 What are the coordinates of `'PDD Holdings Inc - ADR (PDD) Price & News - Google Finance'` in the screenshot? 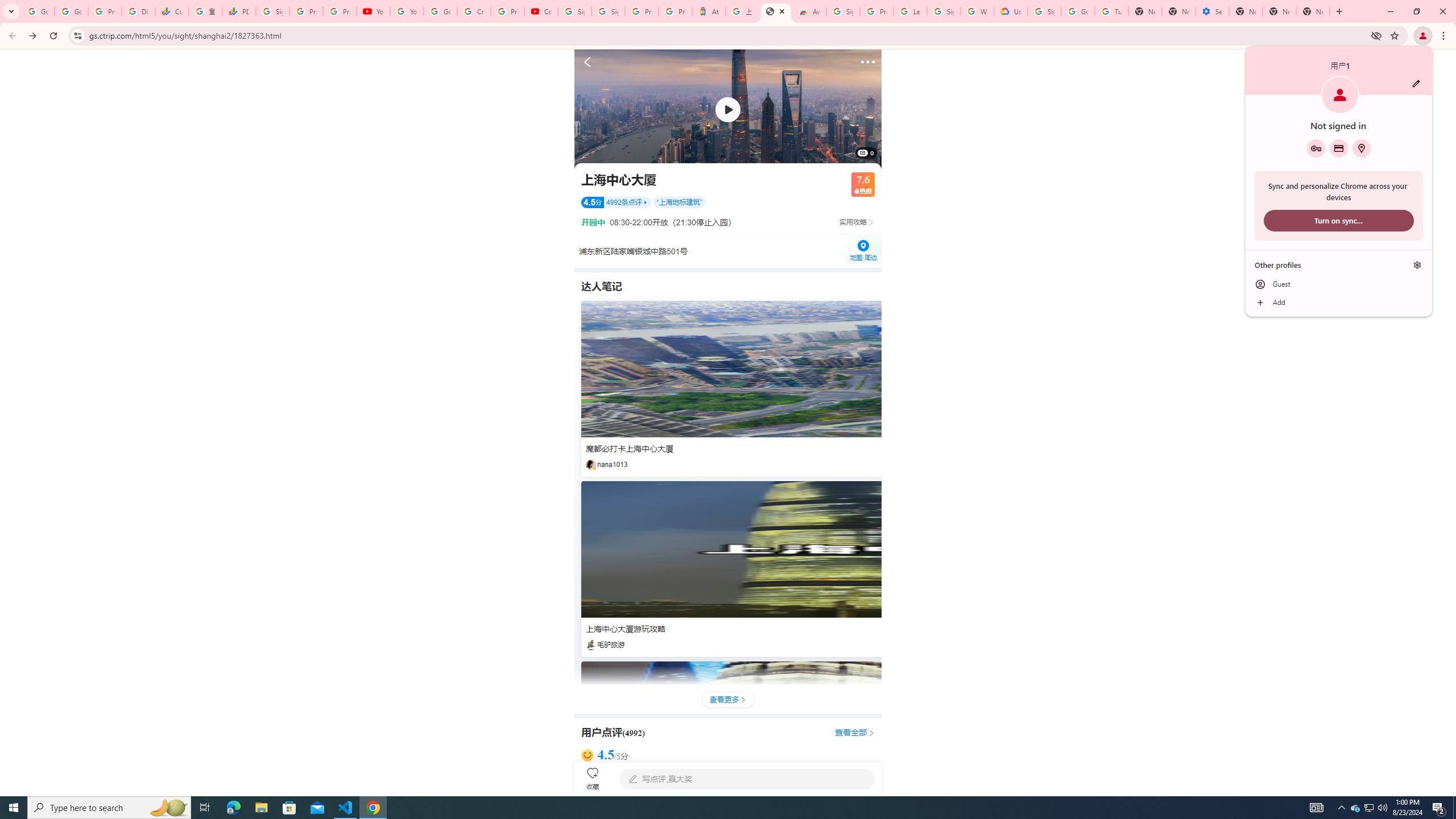 It's located at (238, 11).